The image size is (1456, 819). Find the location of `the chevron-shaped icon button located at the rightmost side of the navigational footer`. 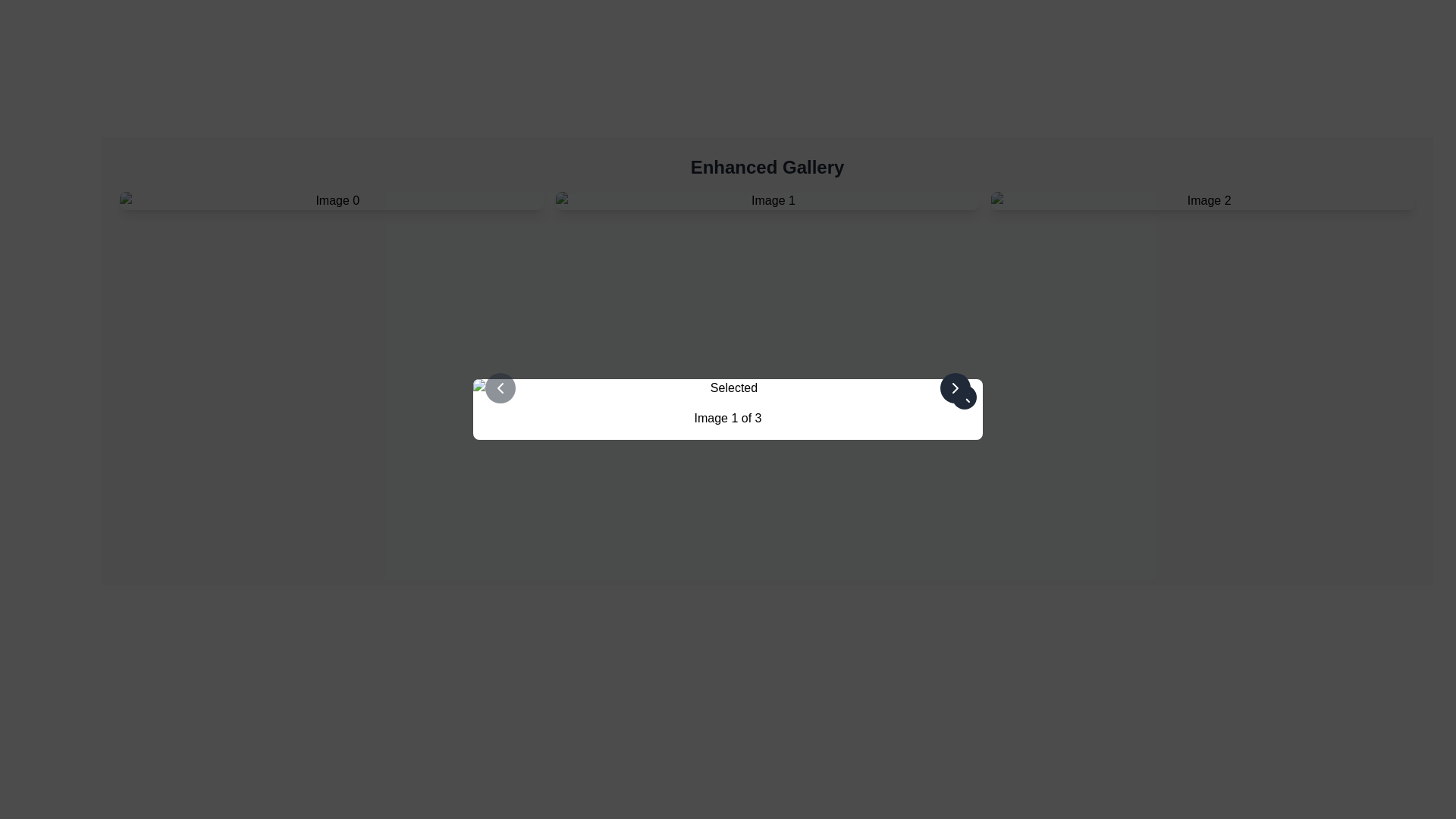

the chevron-shaped icon button located at the rightmost side of the navigational footer is located at coordinates (954, 388).